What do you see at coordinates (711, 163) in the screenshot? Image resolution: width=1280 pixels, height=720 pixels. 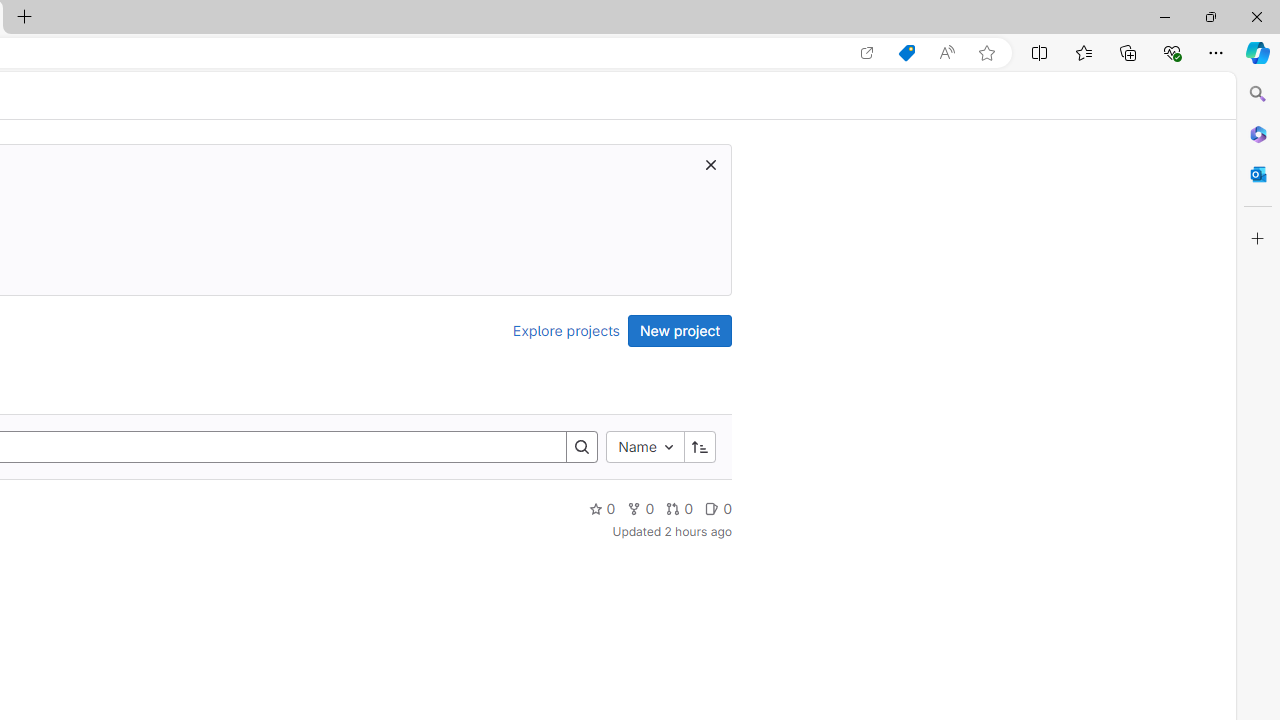 I see `'Class: s16 gl-icon gl-button-icon '` at bounding box center [711, 163].